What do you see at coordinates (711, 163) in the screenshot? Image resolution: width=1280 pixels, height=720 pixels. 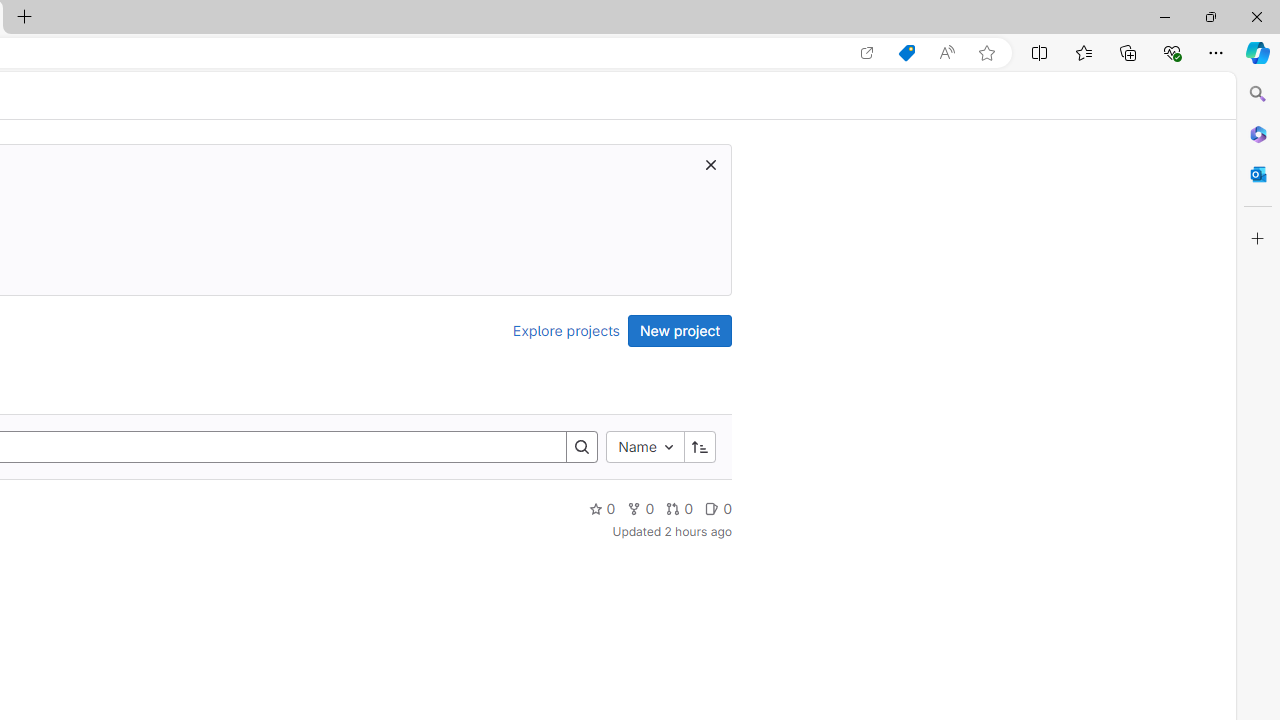 I see `'Class: s16 gl-icon gl-button-icon '` at bounding box center [711, 163].